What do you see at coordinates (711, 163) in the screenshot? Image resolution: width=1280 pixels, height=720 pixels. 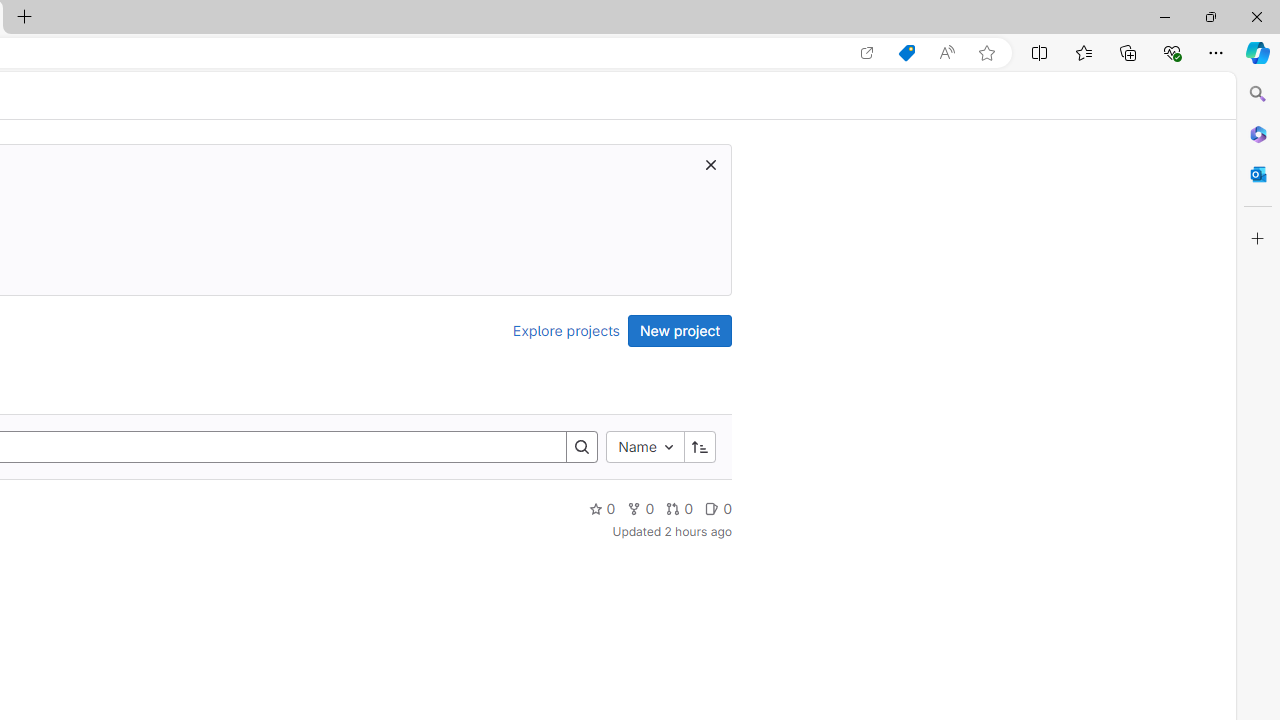 I see `'Class: s16 gl-icon gl-button-icon '` at bounding box center [711, 163].